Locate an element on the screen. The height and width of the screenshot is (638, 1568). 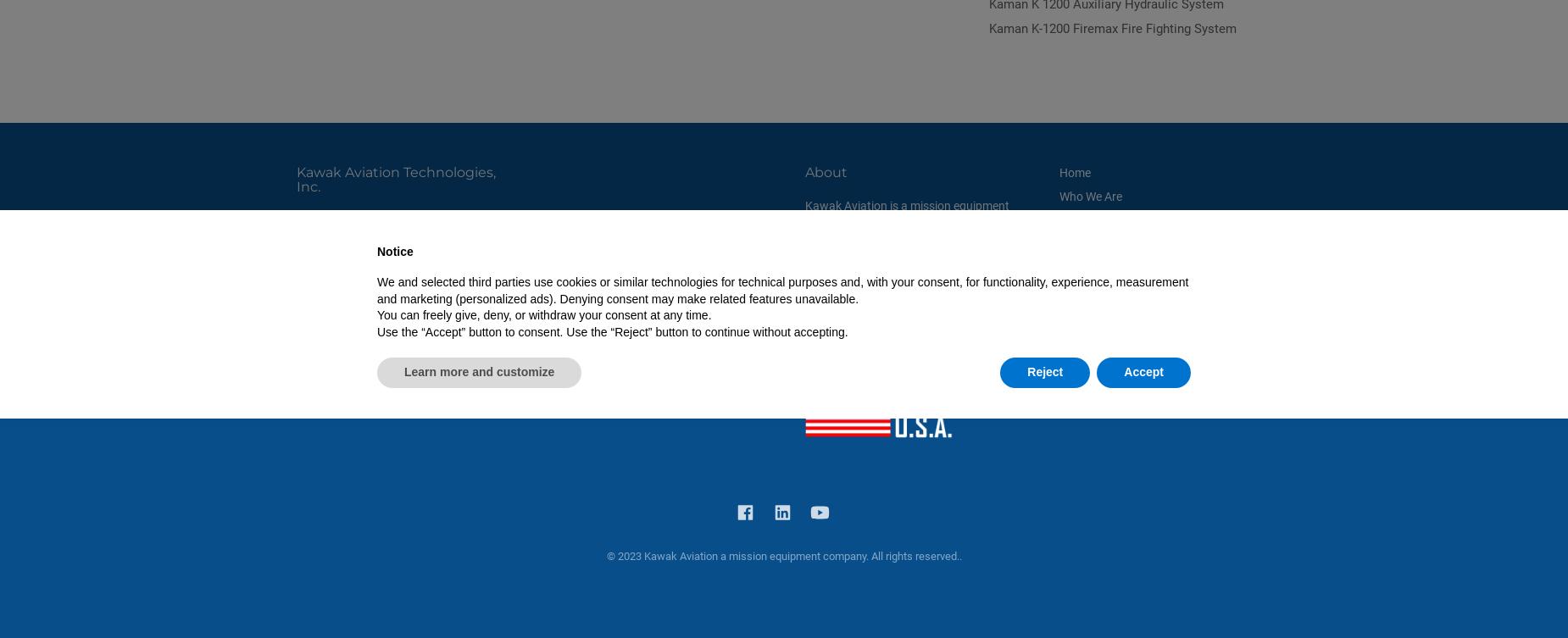
'Bend, OR 97702 USA' is located at coordinates (350, 239).